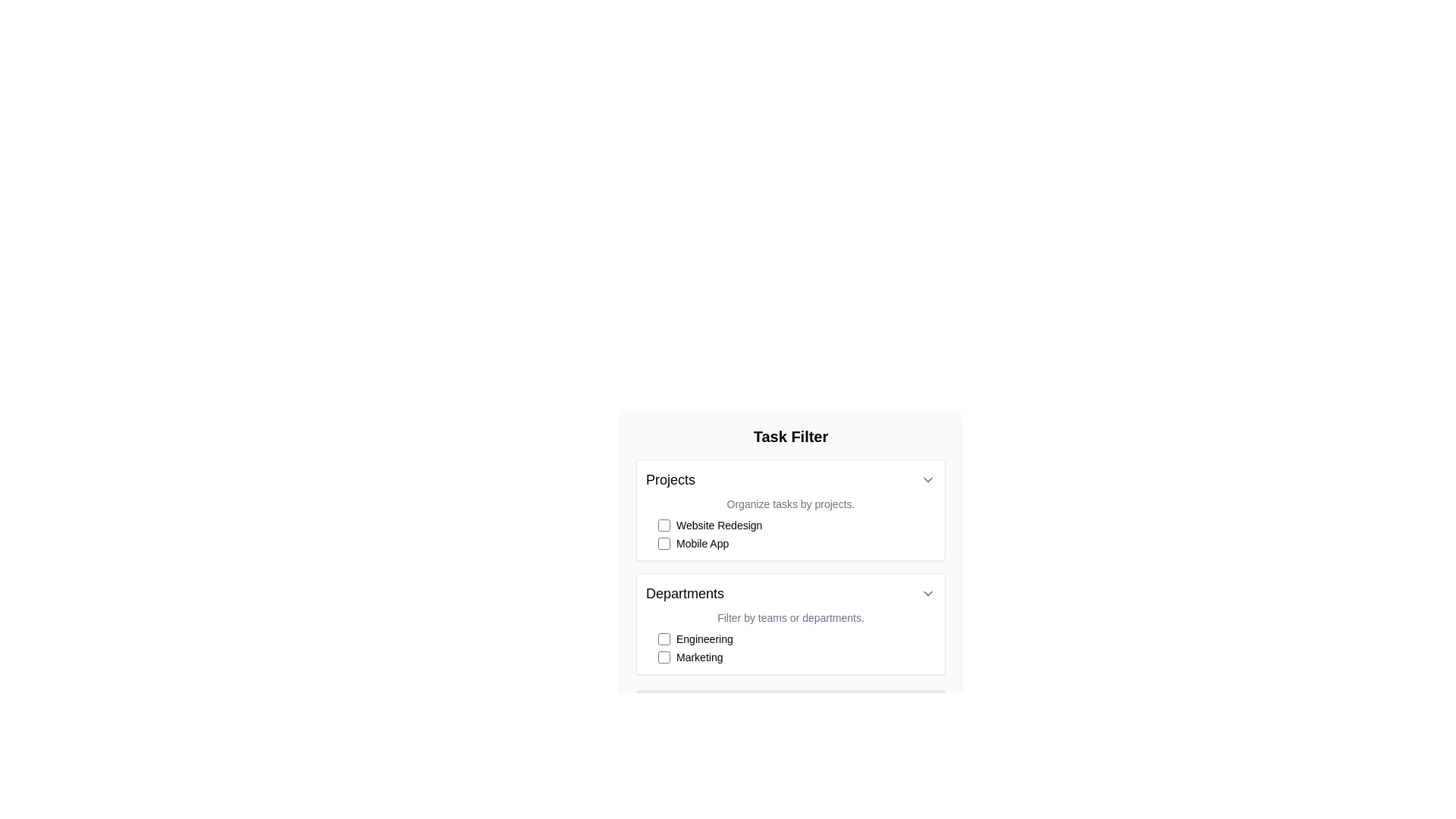  Describe the element at coordinates (664, 639) in the screenshot. I see `the checkbox for the 'Engineering' department` at that location.